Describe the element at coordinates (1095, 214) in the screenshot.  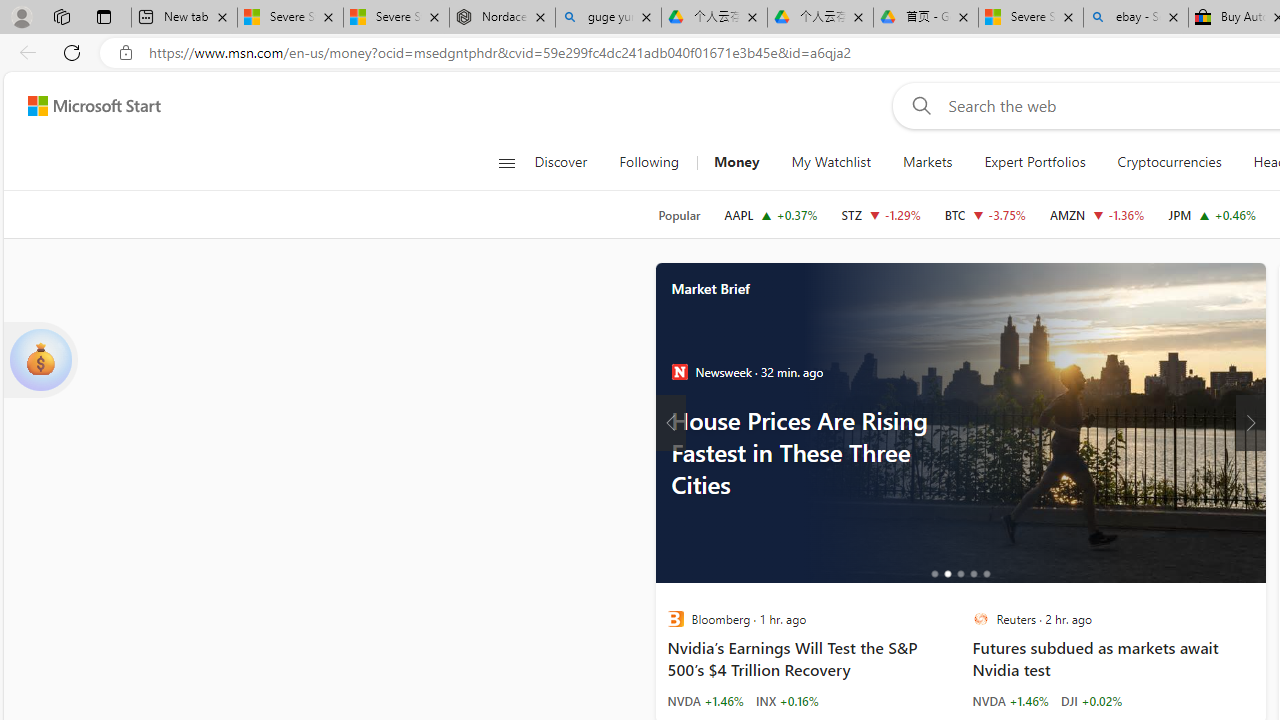
I see `'AMZN AMAZON.COM, INC. decrease 173.12 -2.38 -1.36%'` at that location.